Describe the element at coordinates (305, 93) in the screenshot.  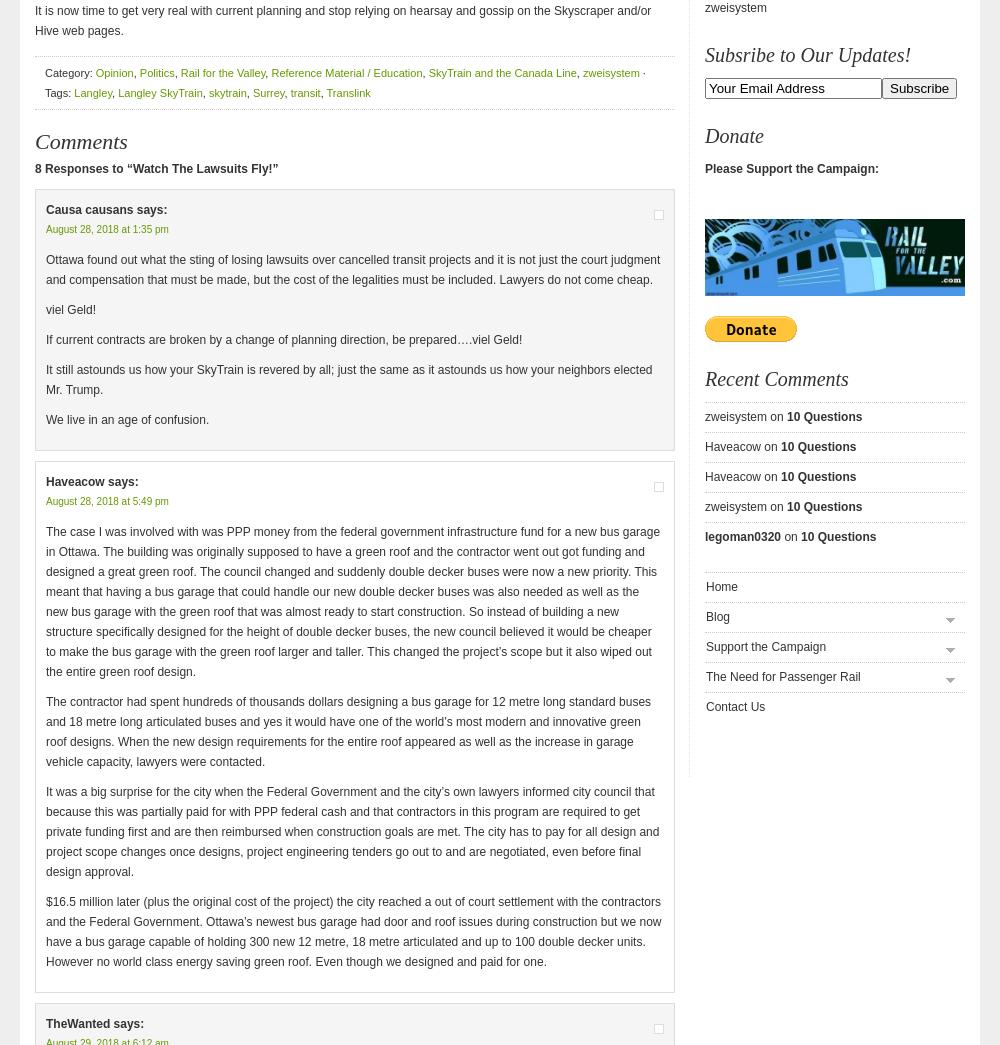
I see `'transit'` at that location.